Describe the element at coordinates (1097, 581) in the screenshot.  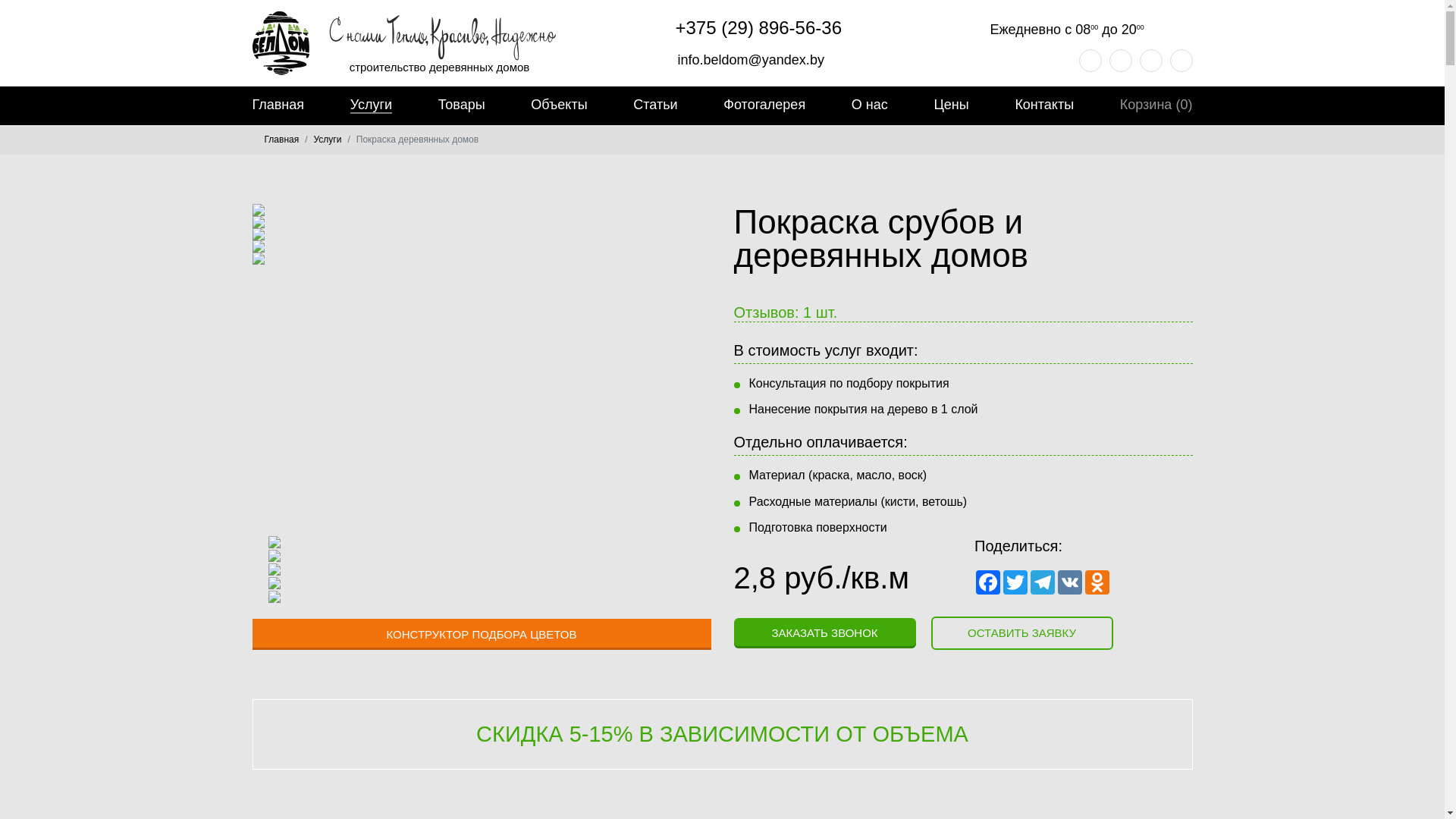
I see `'Odnoklassniki'` at that location.